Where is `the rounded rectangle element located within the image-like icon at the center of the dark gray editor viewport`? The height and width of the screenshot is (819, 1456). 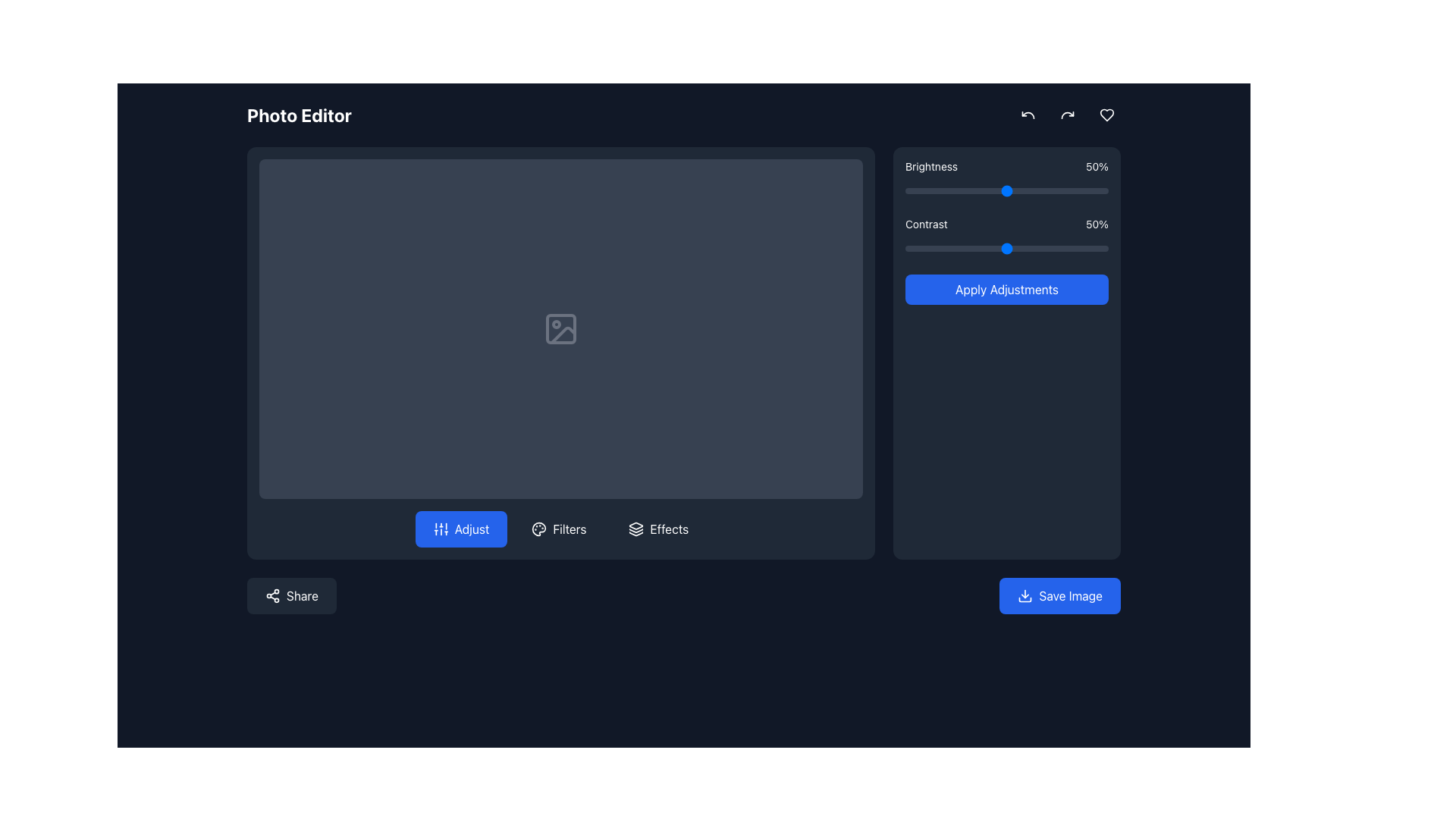
the rounded rectangle element located within the image-like icon at the center of the dark gray editor viewport is located at coordinates (560, 327).